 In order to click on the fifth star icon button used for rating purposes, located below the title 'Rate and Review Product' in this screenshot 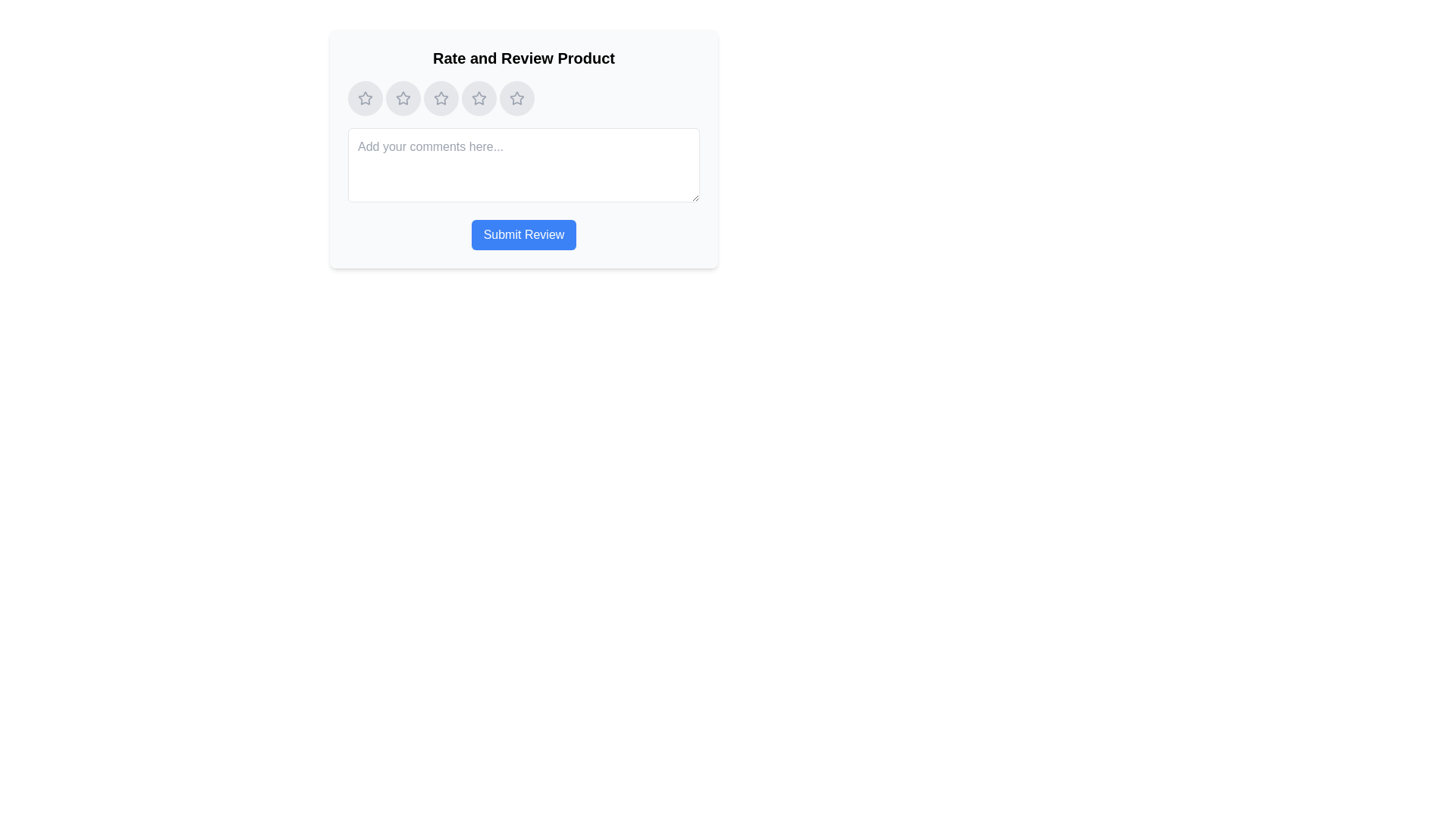, I will do `click(516, 99)`.